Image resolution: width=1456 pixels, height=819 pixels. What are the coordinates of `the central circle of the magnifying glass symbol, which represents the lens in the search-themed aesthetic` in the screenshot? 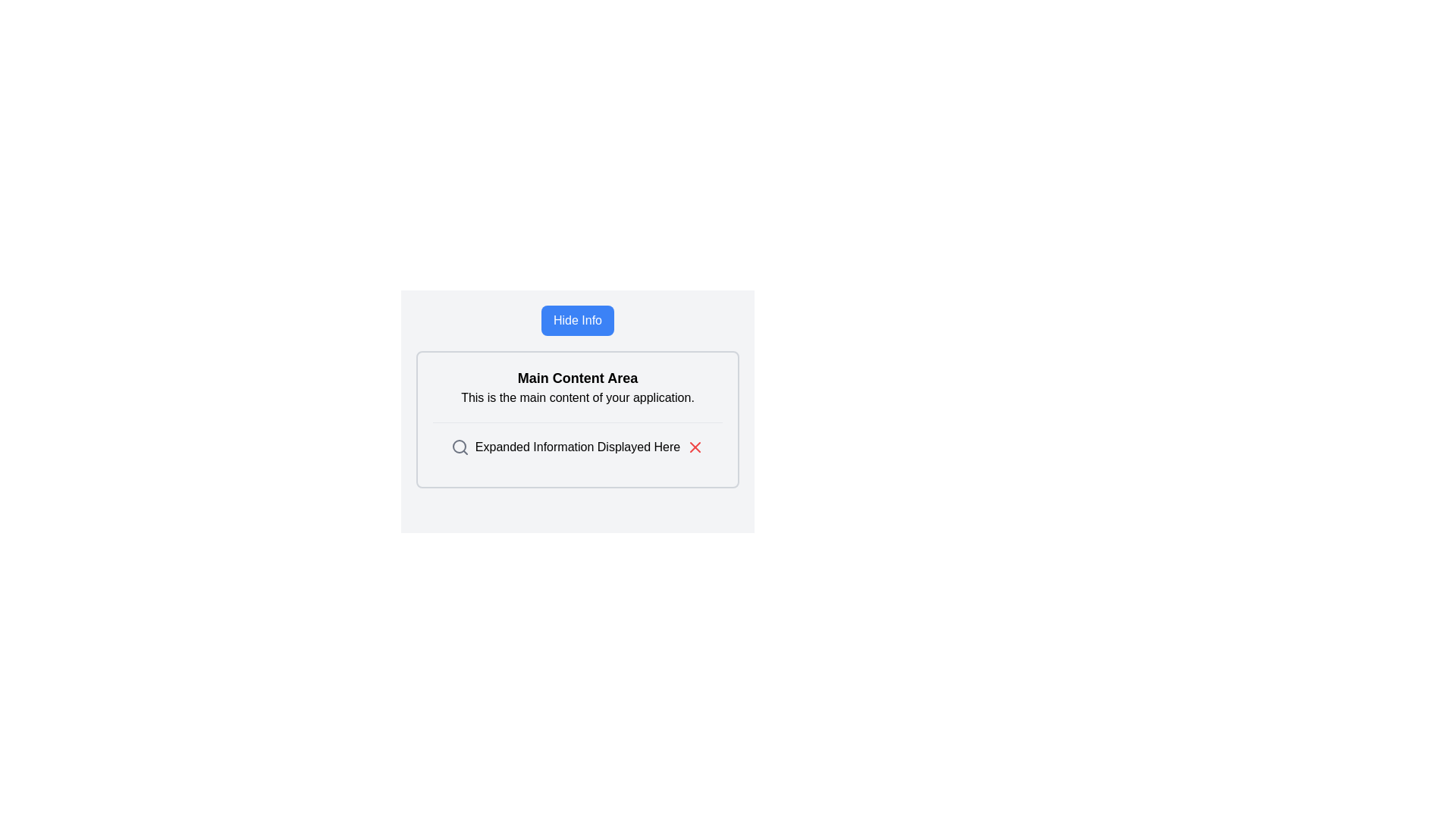 It's located at (458, 446).